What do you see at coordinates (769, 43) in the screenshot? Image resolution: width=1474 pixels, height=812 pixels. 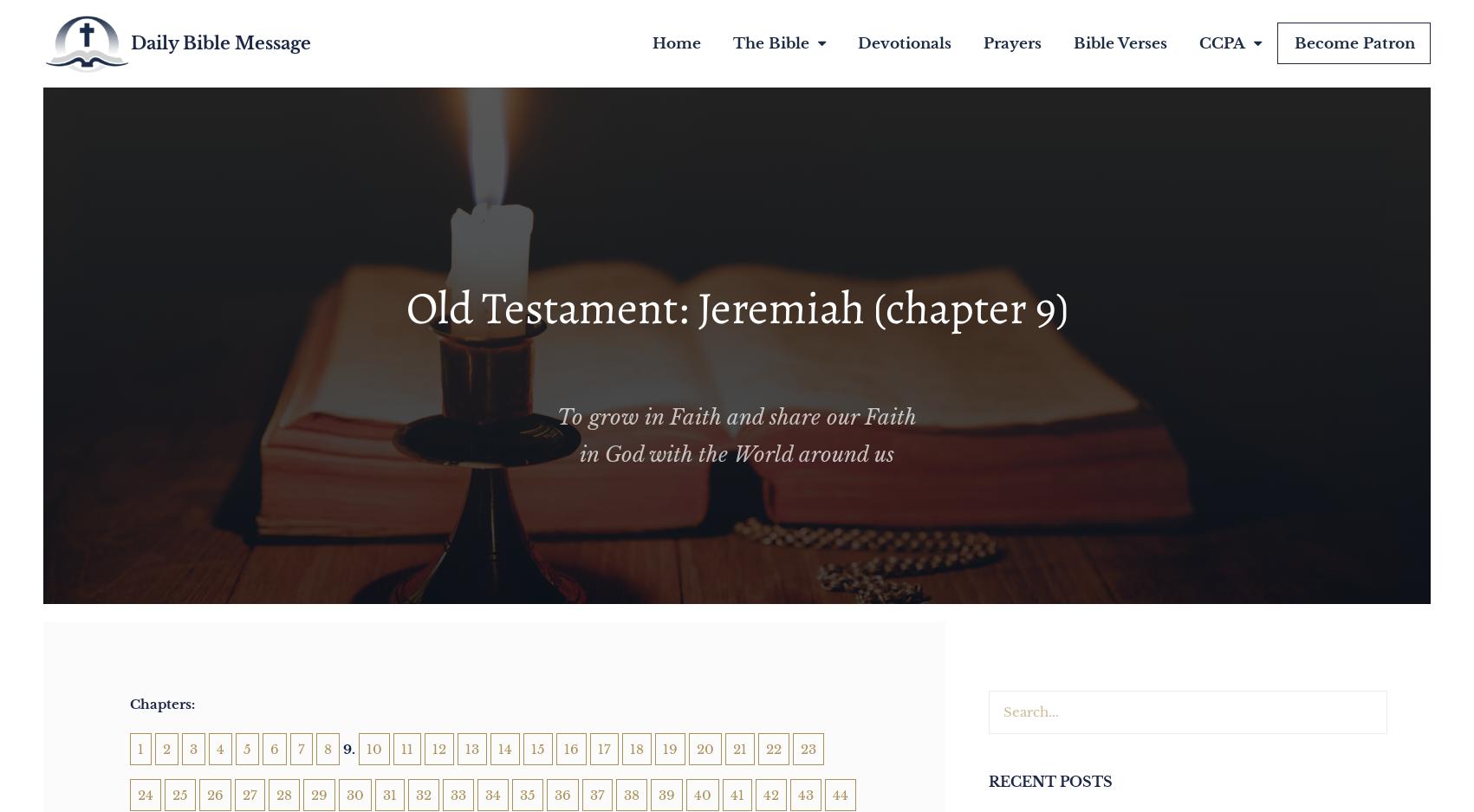 I see `'The Bible'` at bounding box center [769, 43].